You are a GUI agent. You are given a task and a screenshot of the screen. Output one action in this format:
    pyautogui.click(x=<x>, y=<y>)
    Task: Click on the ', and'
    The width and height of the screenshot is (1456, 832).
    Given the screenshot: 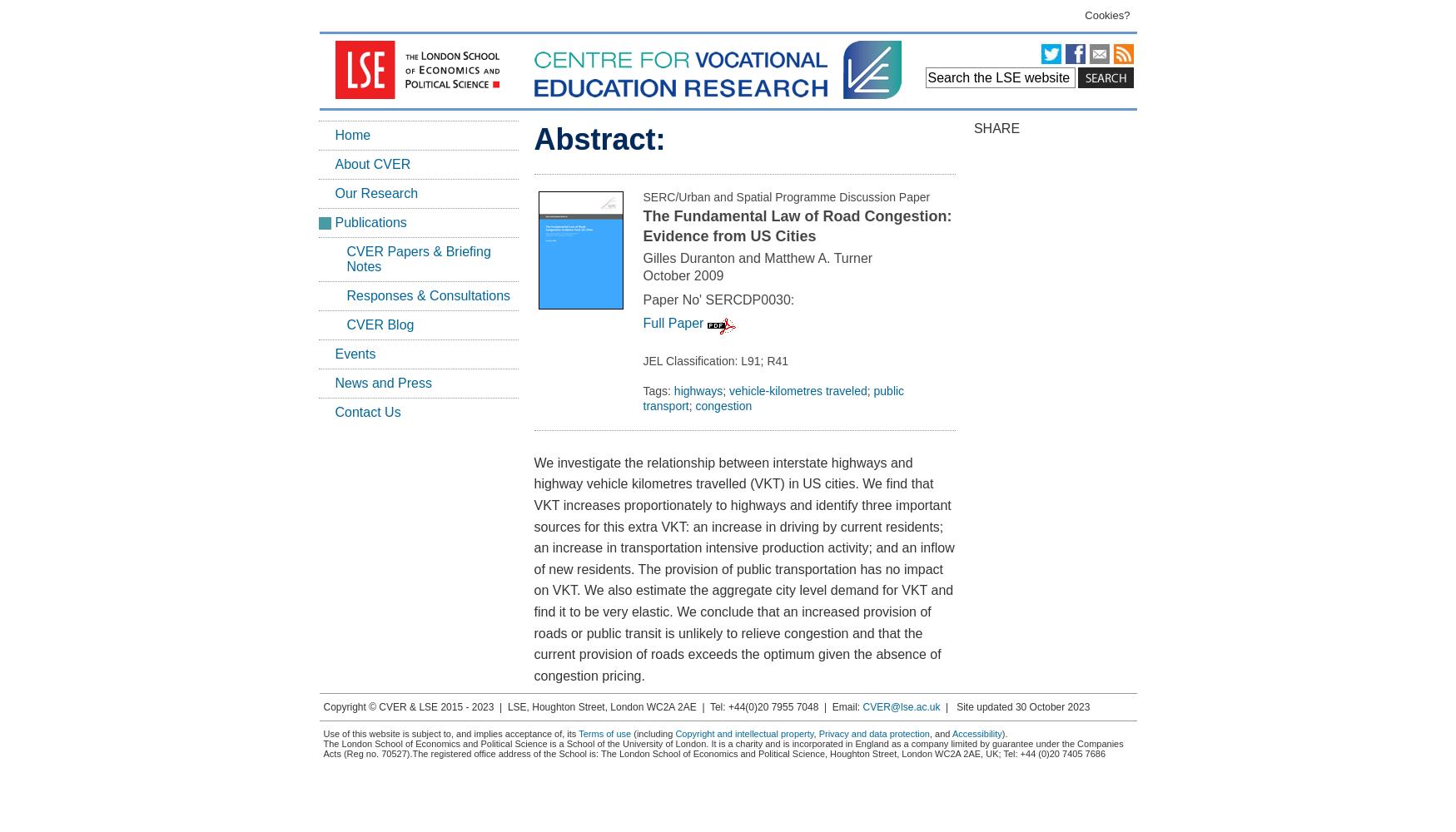 What is the action you would take?
    pyautogui.click(x=939, y=734)
    